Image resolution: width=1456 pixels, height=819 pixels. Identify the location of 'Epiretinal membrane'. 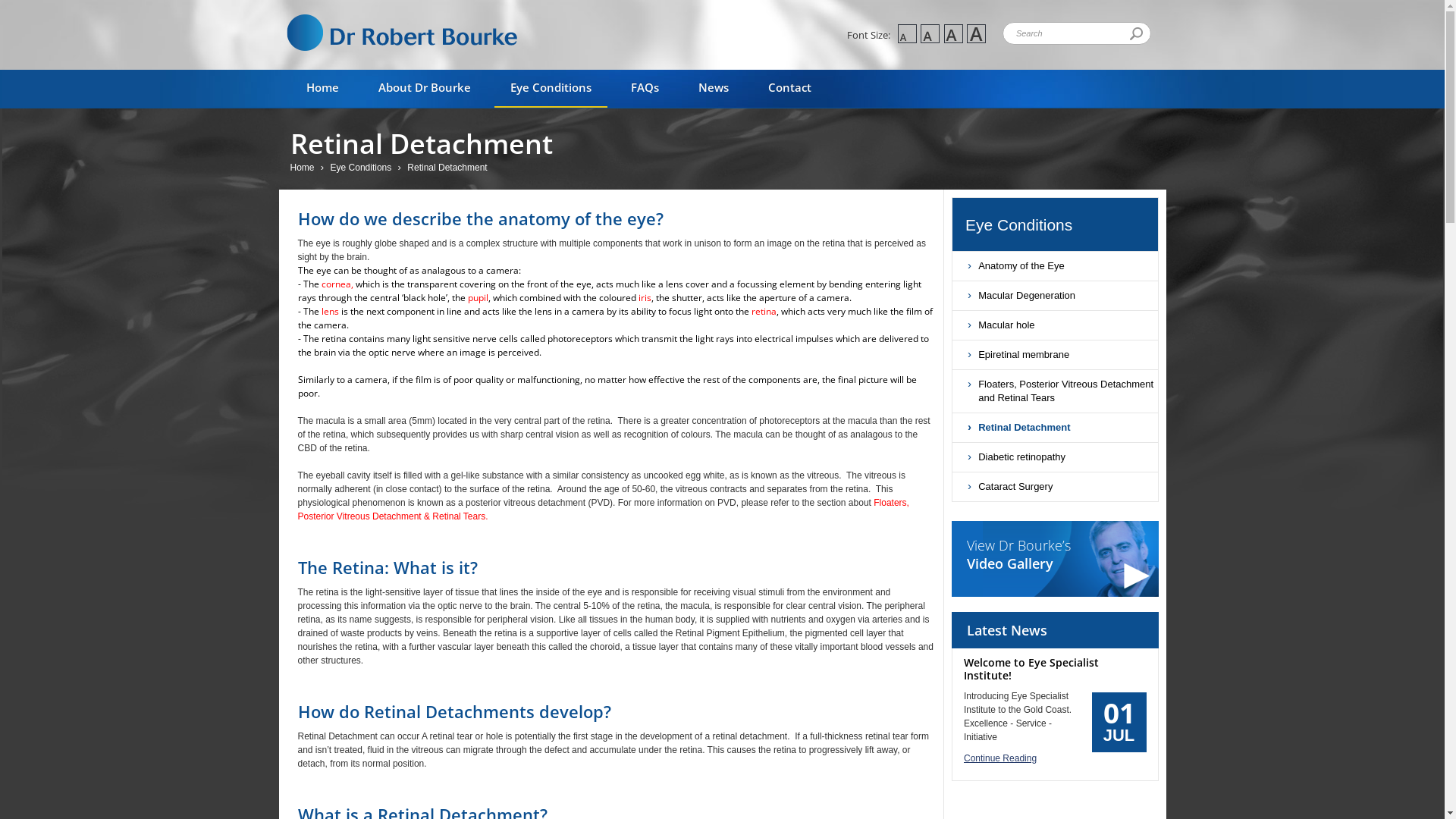
(952, 354).